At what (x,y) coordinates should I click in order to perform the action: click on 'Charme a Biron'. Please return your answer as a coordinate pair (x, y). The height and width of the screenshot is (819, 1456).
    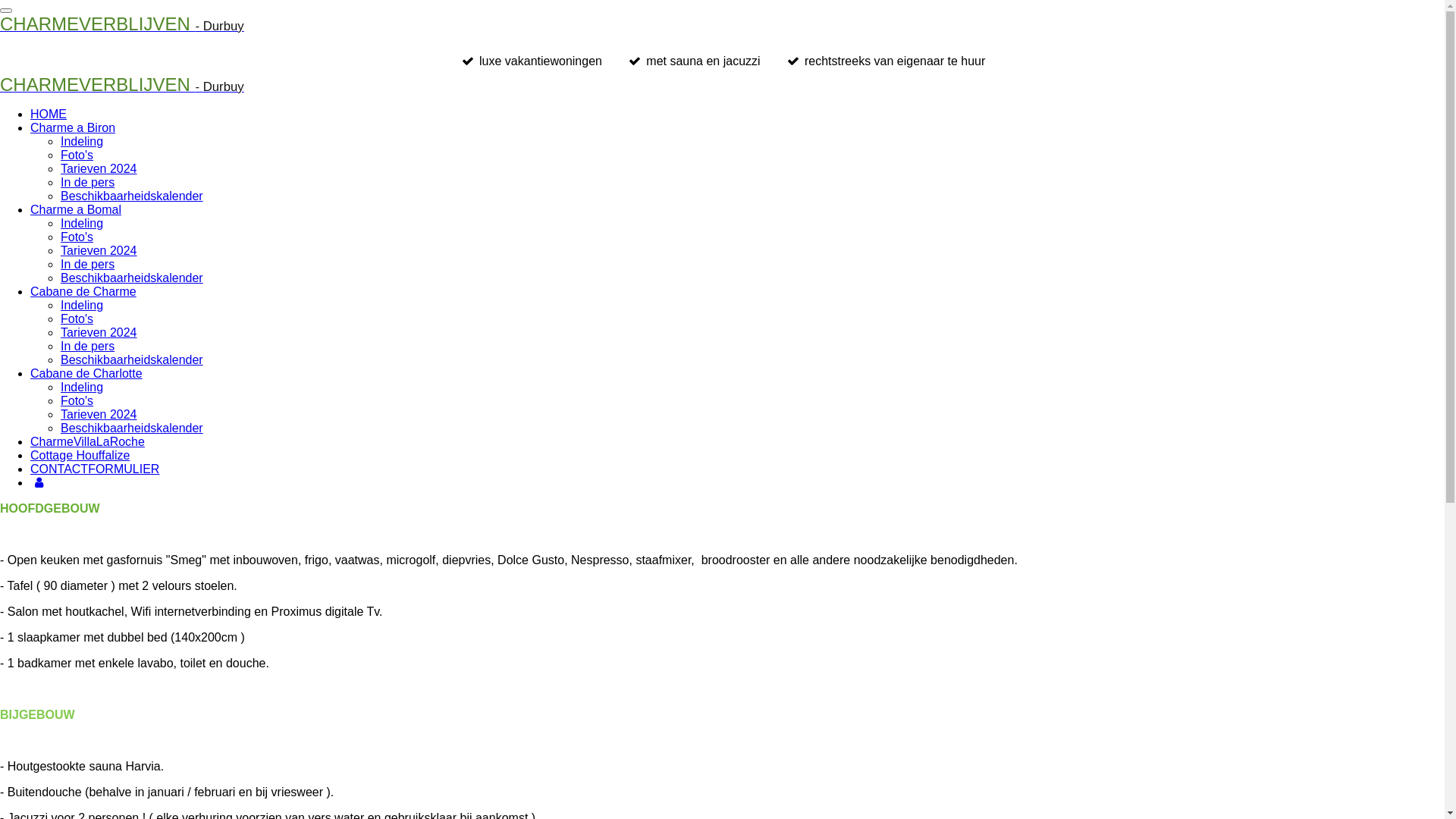
    Looking at the image, I should click on (72, 127).